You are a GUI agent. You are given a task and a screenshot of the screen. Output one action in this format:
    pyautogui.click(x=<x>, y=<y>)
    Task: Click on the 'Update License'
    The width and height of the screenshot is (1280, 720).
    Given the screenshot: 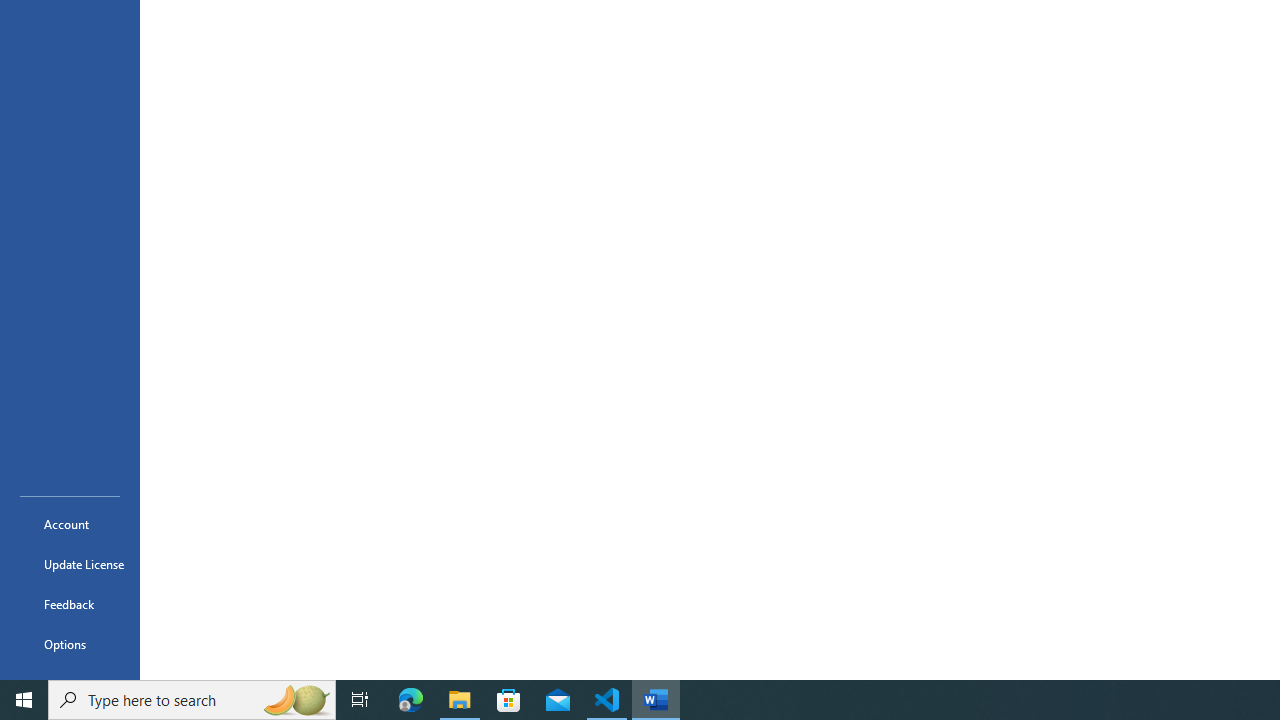 What is the action you would take?
    pyautogui.click(x=69, y=564)
    